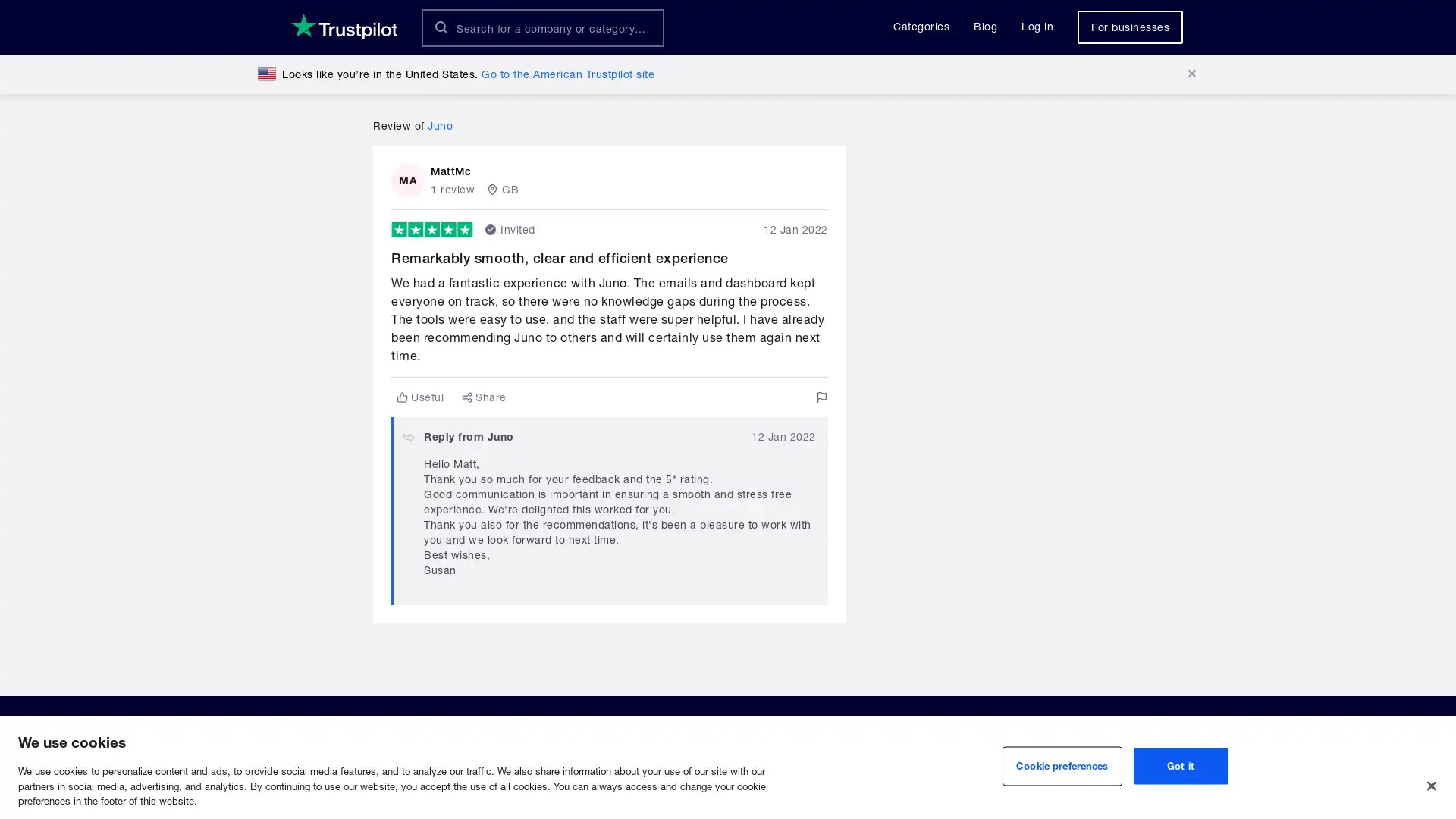 Image resolution: width=1456 pixels, height=819 pixels. Describe the element at coordinates (420, 397) in the screenshot. I see `Useful` at that location.